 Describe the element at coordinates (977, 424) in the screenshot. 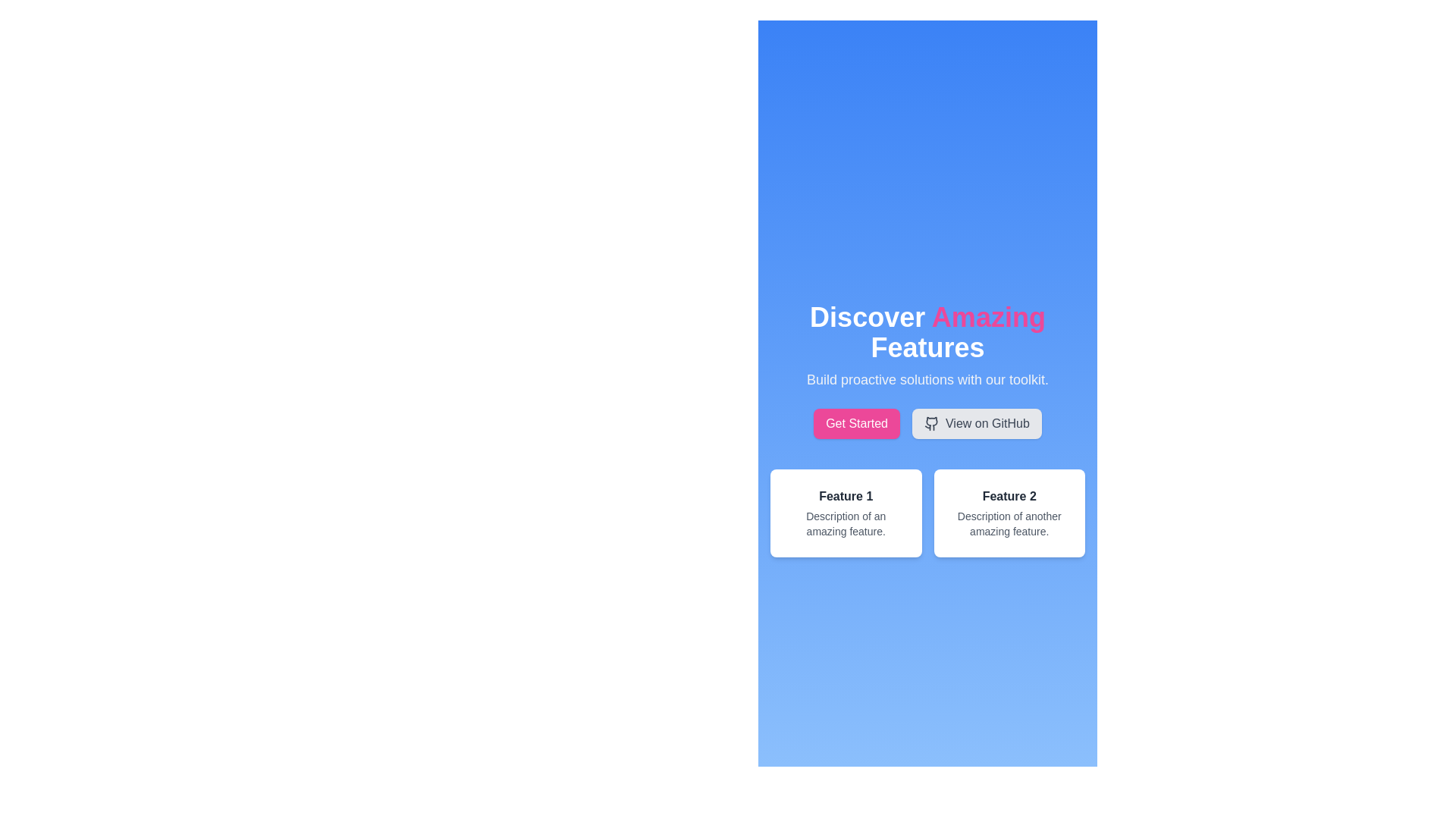

I see `the button located to the right of the 'Get Started' button` at that location.